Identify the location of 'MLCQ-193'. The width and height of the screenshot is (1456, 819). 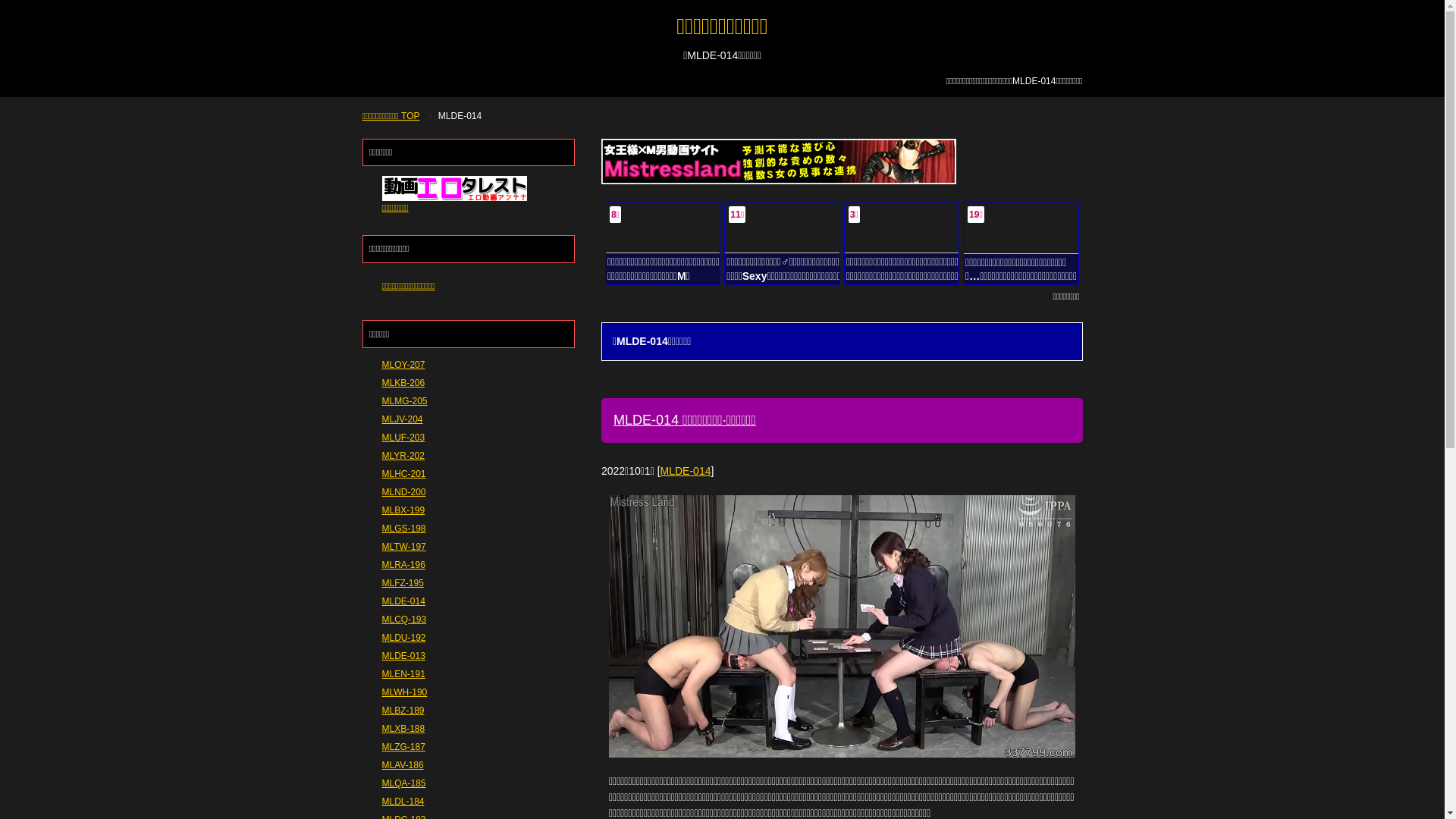
(382, 620).